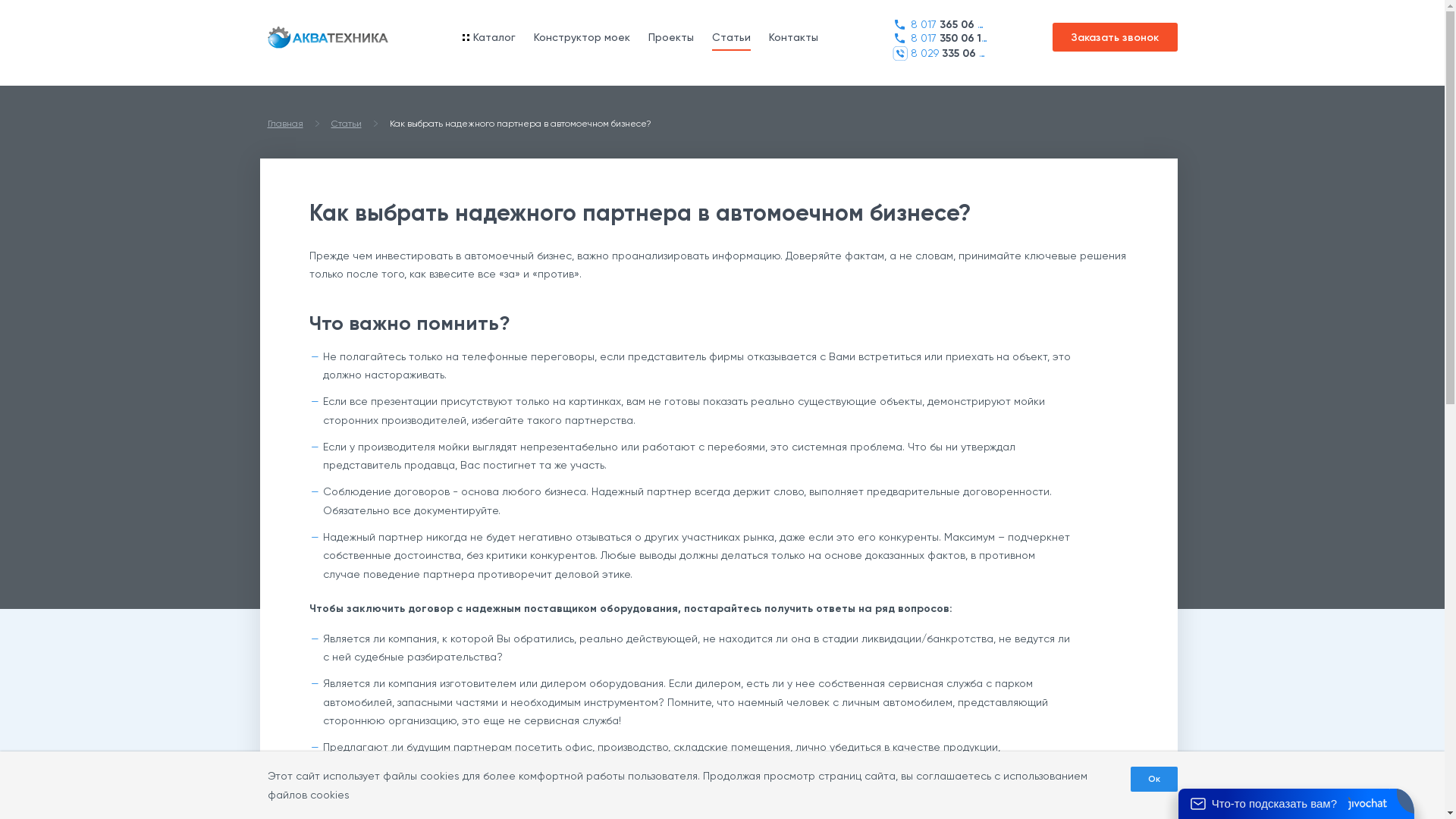 Image resolution: width=1456 pixels, height=819 pixels. I want to click on '8 017 365 06 45', so click(938, 24).